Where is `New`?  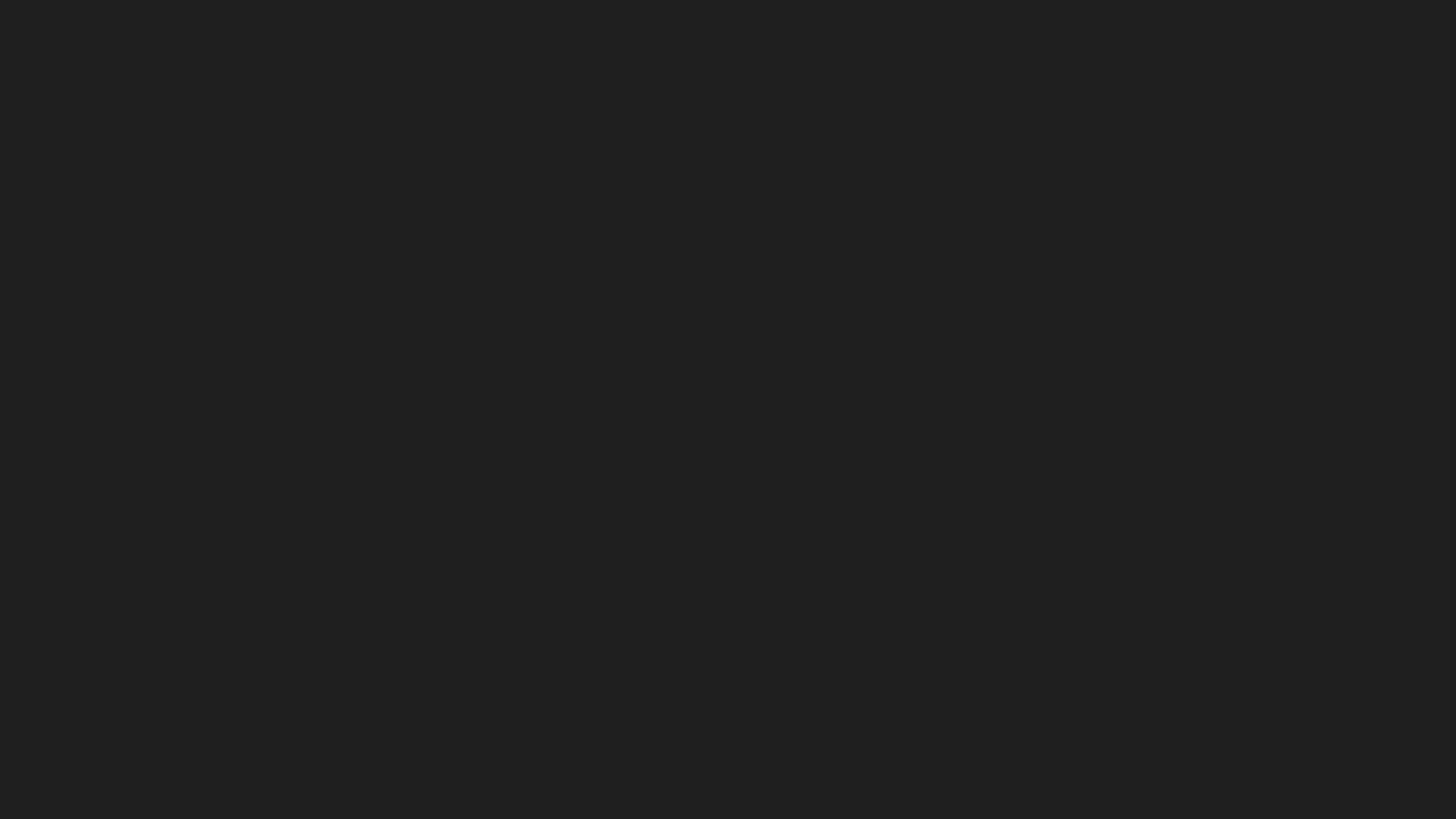 New is located at coordinates (307, 328).